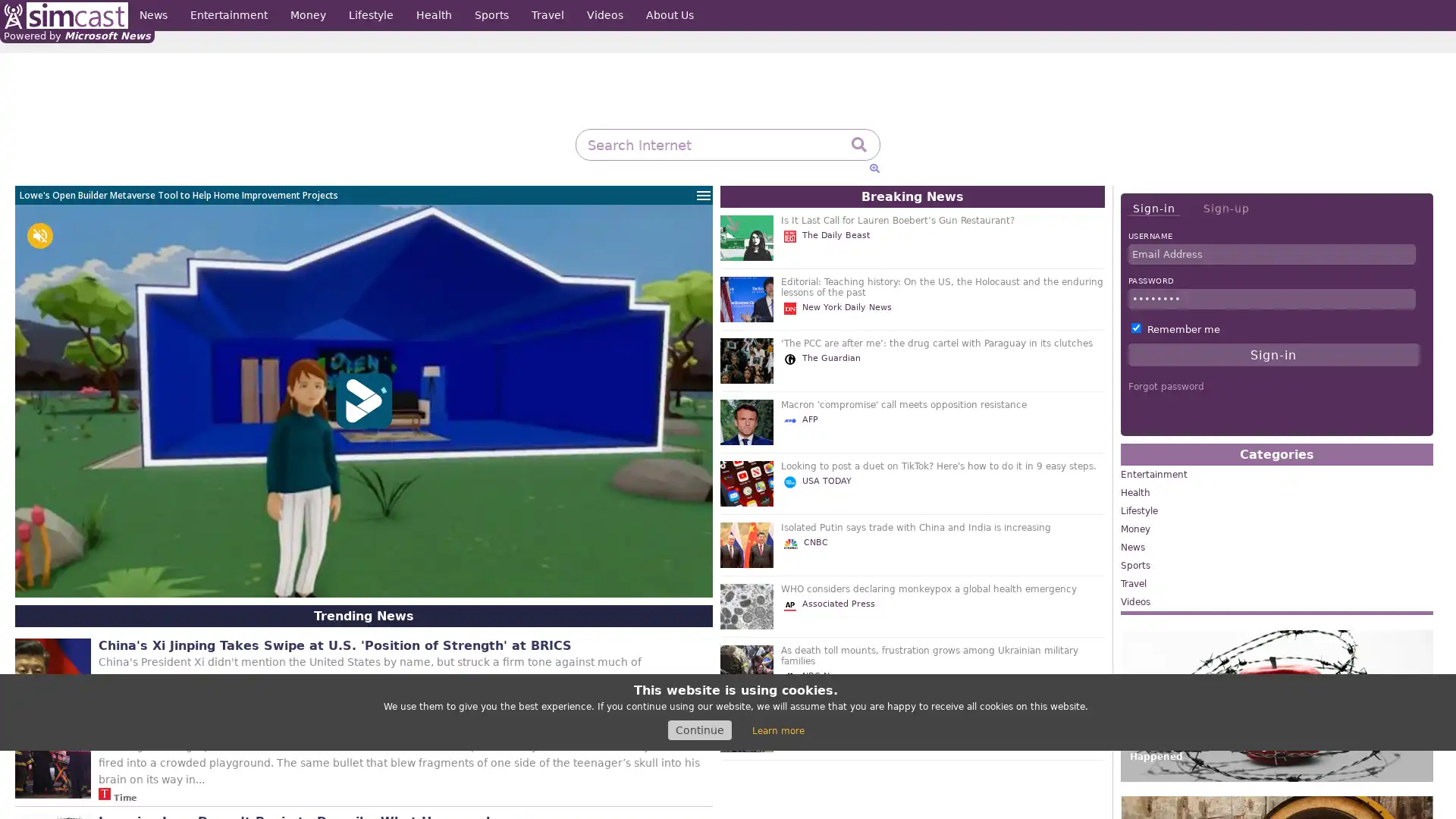 Image resolution: width=1456 pixels, height=819 pixels. I want to click on Sign-in, so click(1153, 209).